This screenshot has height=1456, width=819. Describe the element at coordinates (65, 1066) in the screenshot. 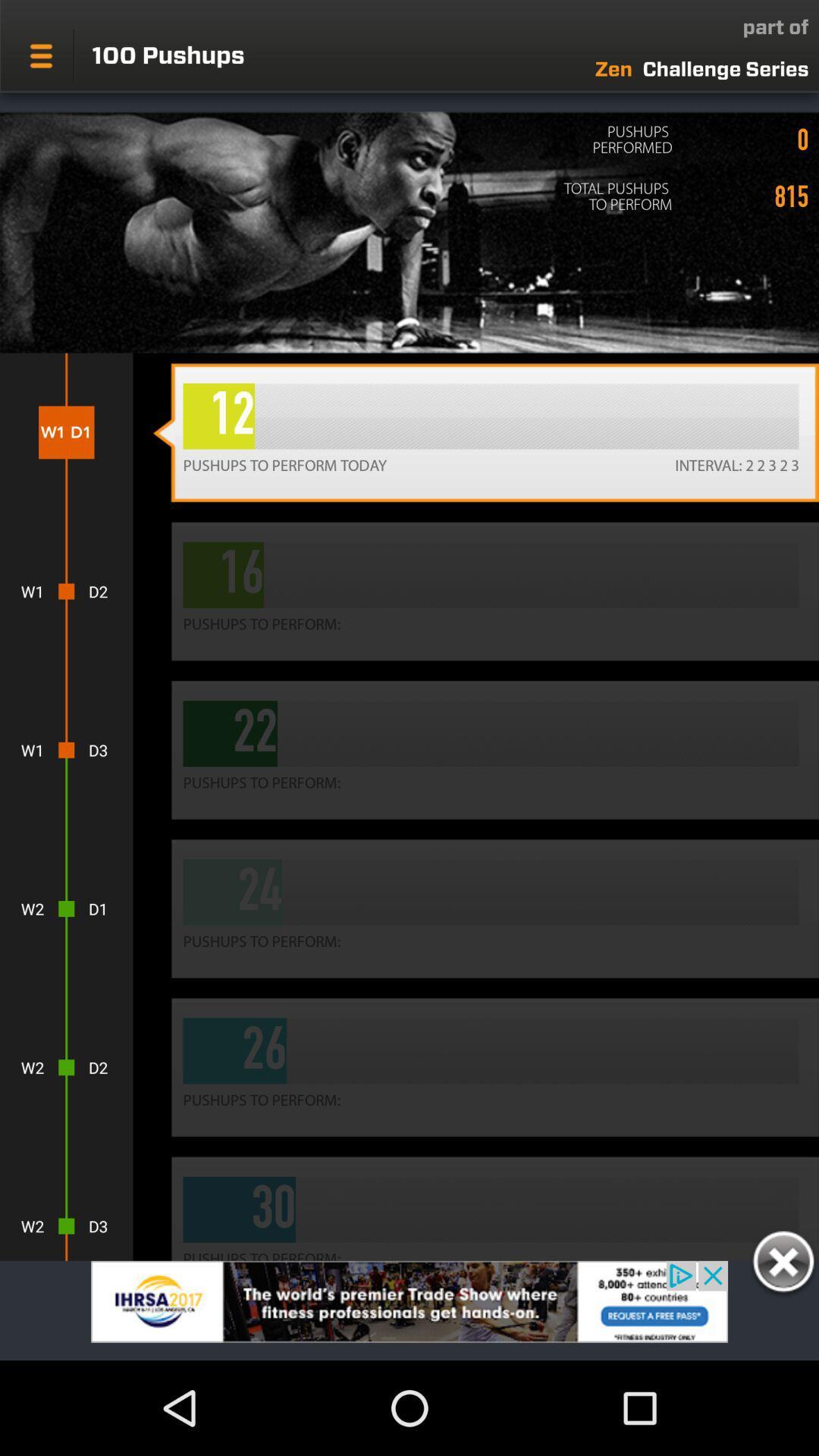

I see `between w2 and d2` at that location.